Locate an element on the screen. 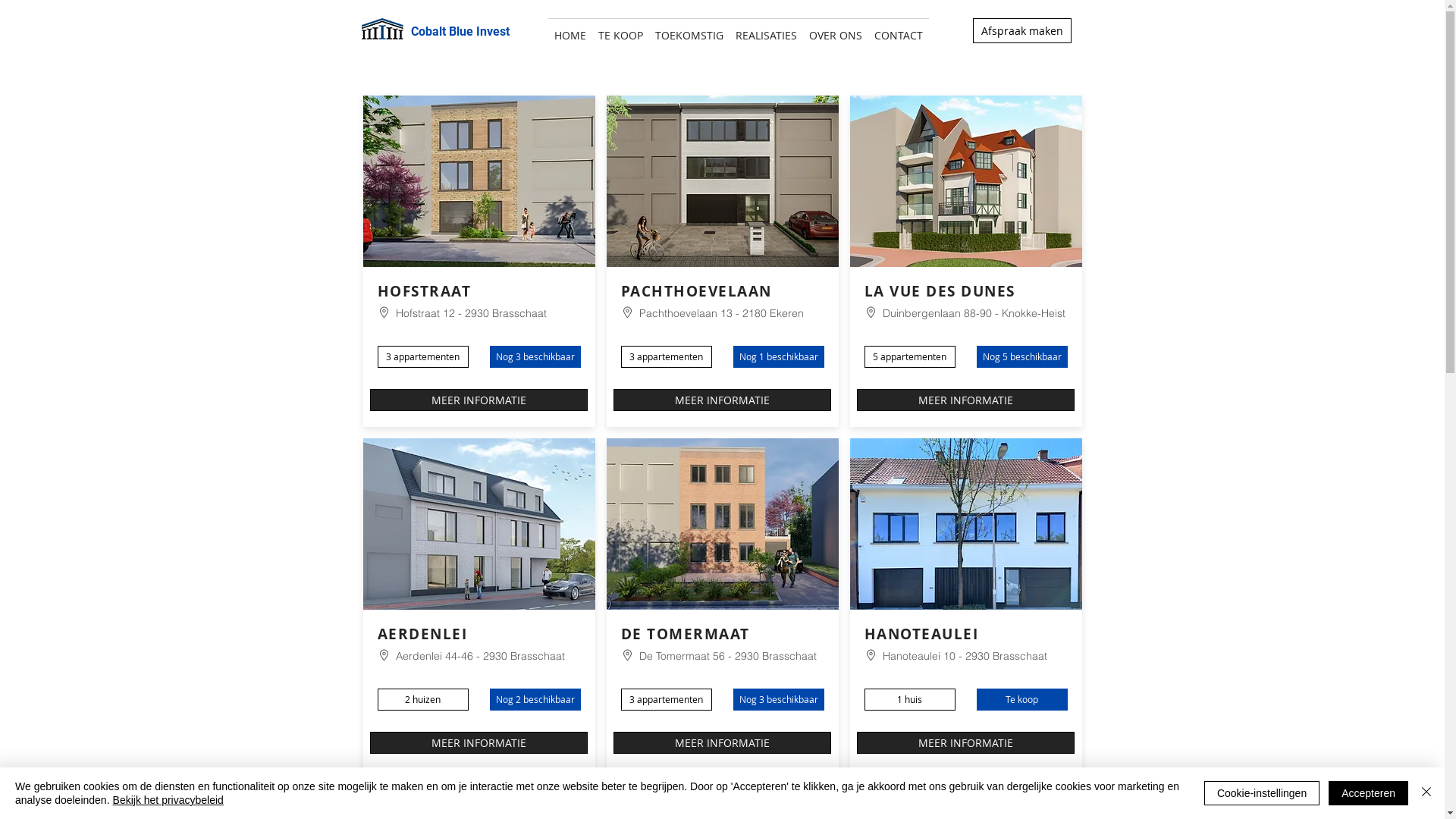  'Accepteren' is located at coordinates (1368, 792).